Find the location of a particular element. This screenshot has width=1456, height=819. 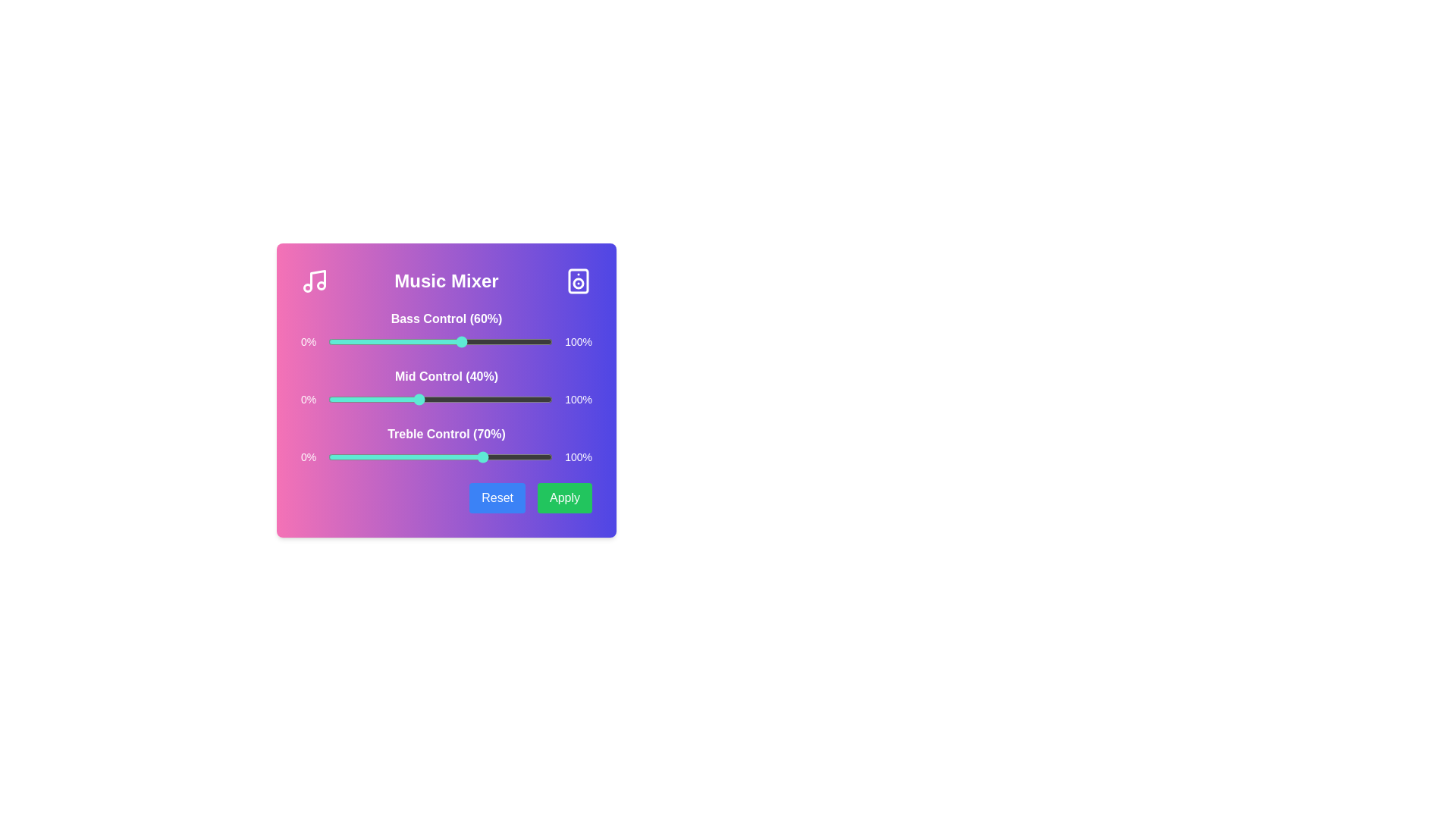

the 'Reset' button to reset the music mixer controls is located at coordinates (497, 497).